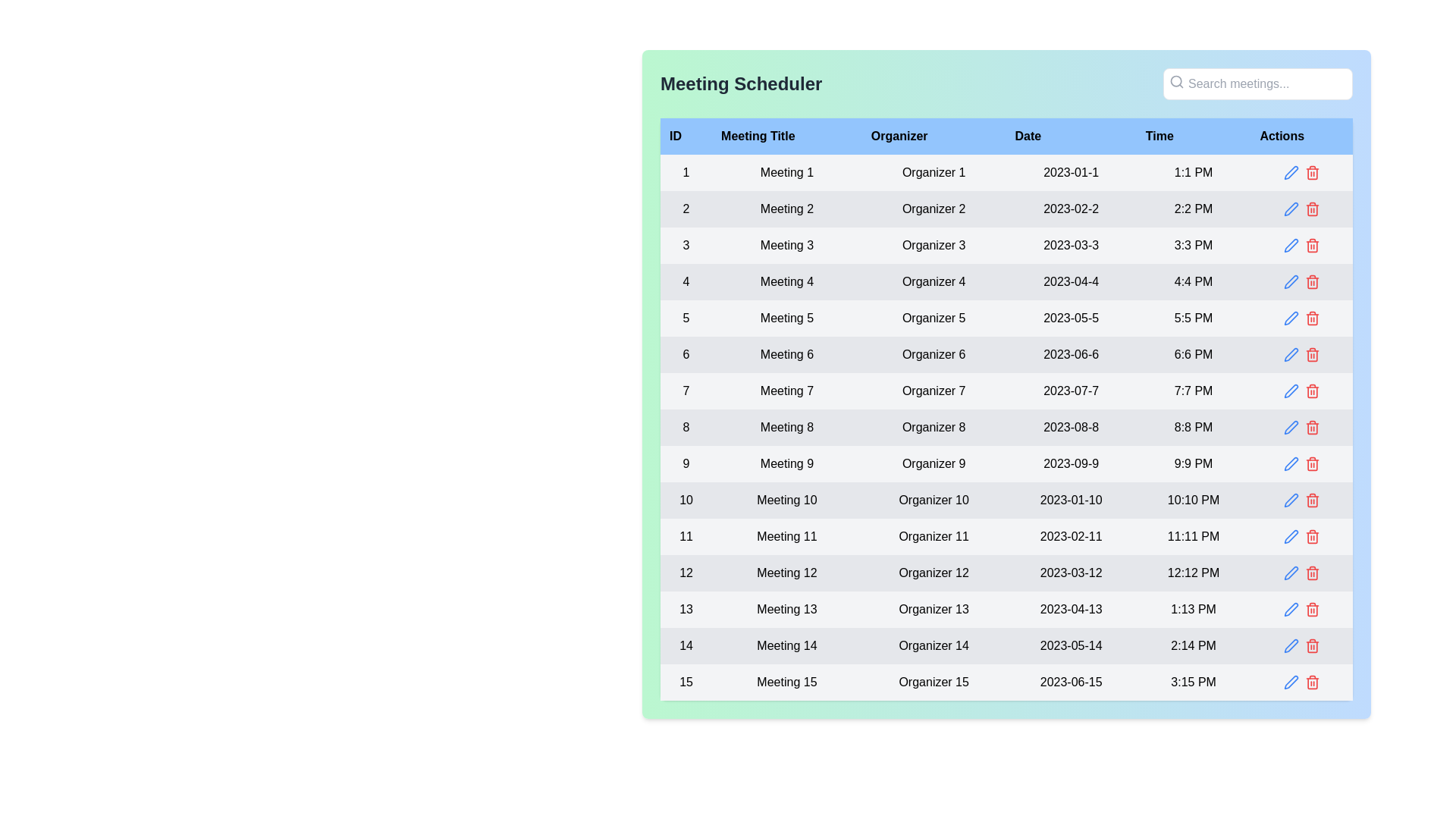 This screenshot has width=1456, height=819. What do you see at coordinates (1290, 500) in the screenshot?
I see `the edit button located in the 'Actions' column of the table row for the meeting scheduled on 2023-01-10 at 10:10 PM to initiate the edit process for that row's data` at bounding box center [1290, 500].